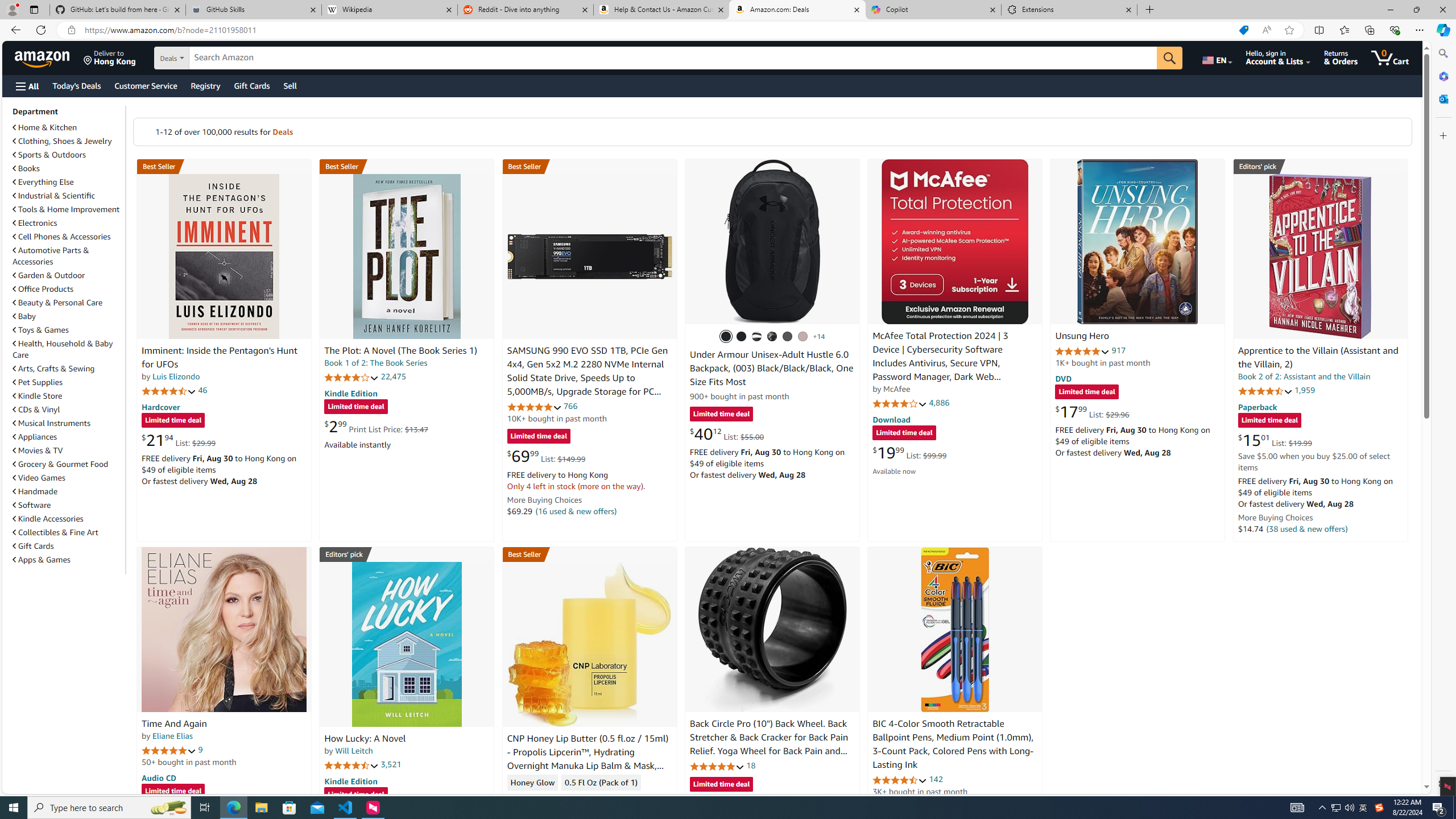 The image size is (1456, 819). I want to click on 'Help & Contact Us - Amazon Customer Service', so click(660, 9).